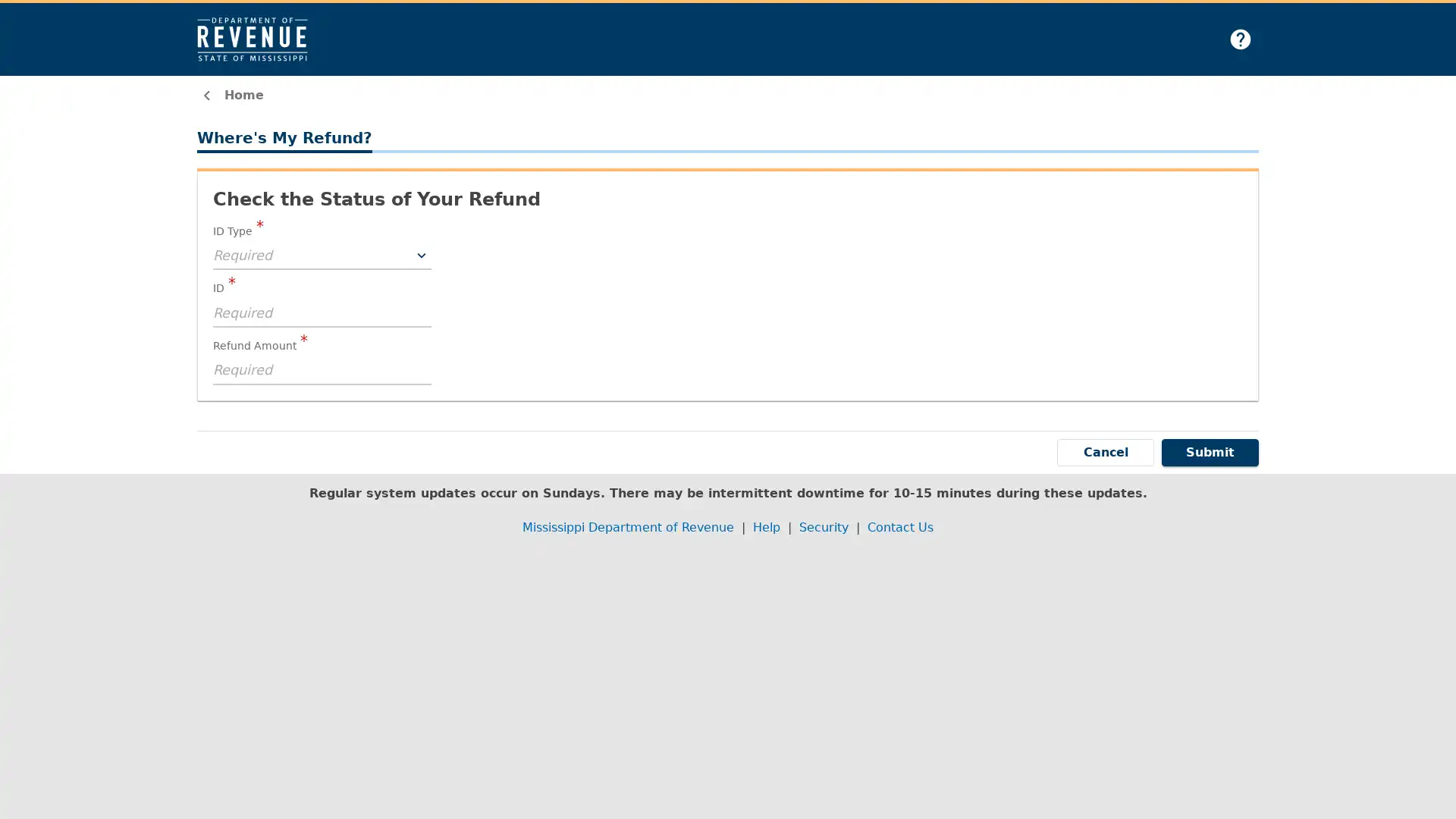  I want to click on Toggle Combobox, so click(422, 254).